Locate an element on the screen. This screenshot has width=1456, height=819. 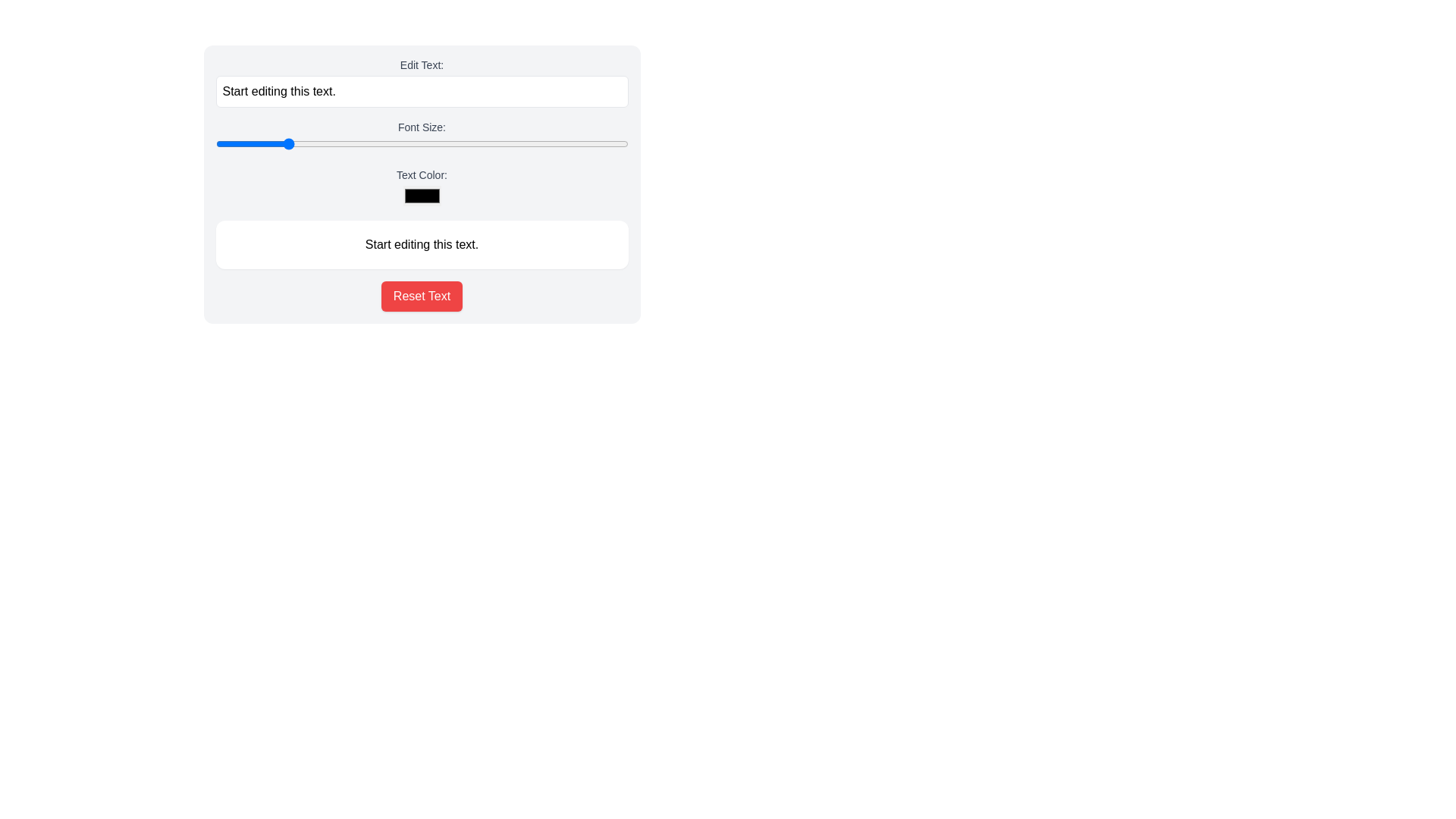
the rectangular button with a red background and white text labeled 'Reset Text', located at the bottom of the interface, to trigger hover effects is located at coordinates (422, 296).